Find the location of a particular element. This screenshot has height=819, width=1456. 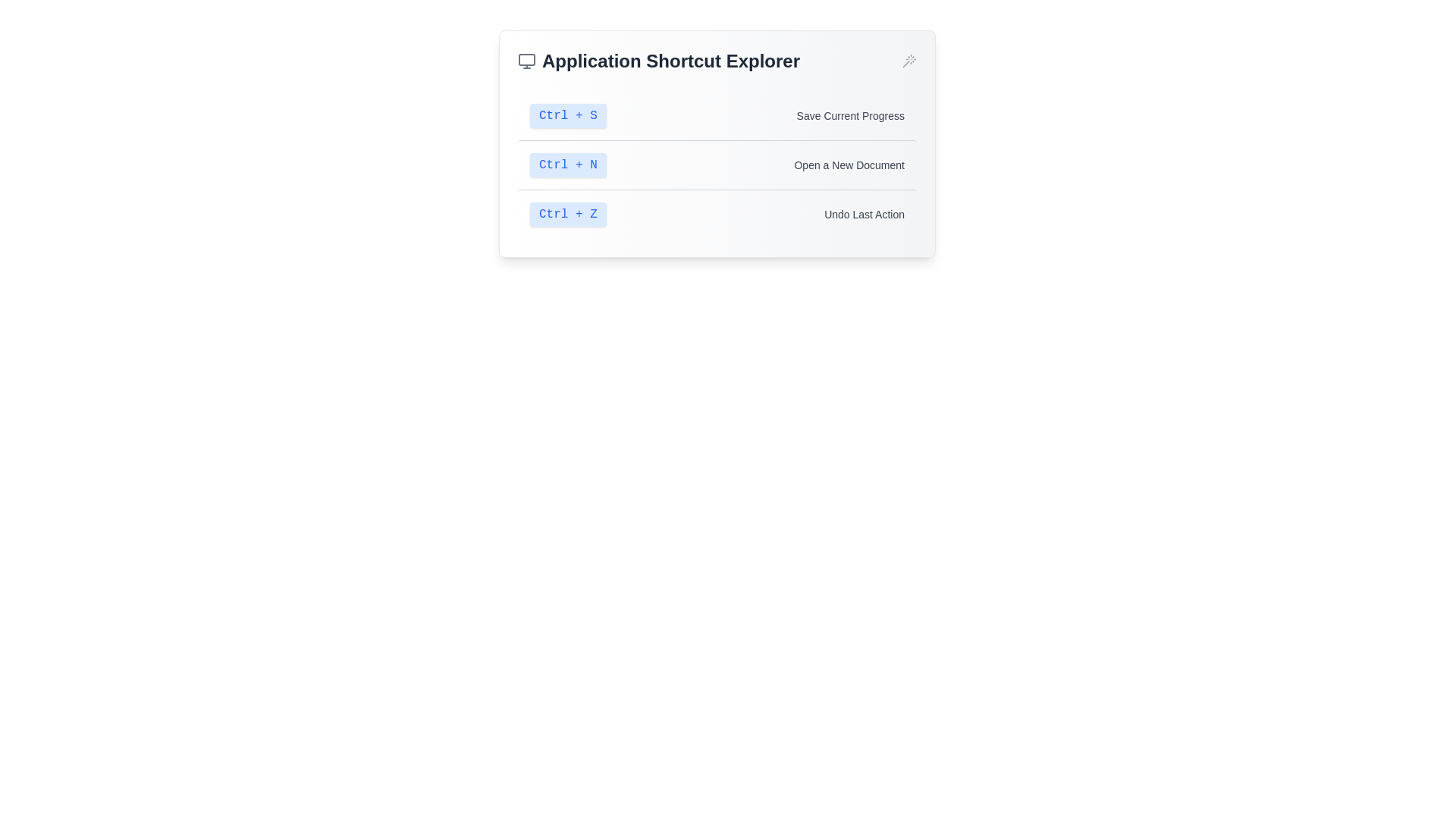

the text label that reads 'Undo Last Action', which is styled in gray and positioned next to the shortcut 'Ctrl + Z' within the 'Application Shortcut Explorer' panel is located at coordinates (864, 214).